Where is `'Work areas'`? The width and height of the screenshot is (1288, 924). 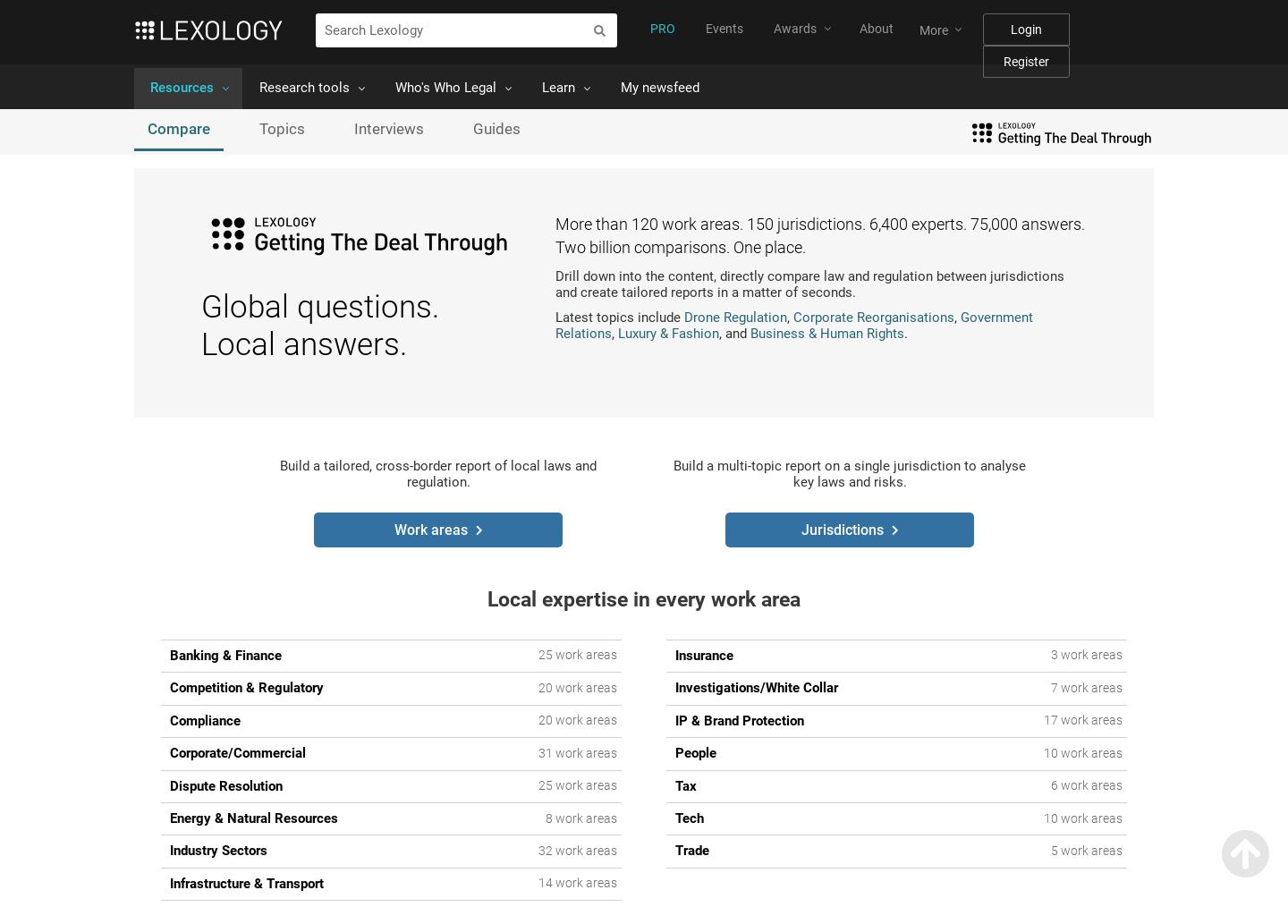
'Work areas' is located at coordinates (430, 529).